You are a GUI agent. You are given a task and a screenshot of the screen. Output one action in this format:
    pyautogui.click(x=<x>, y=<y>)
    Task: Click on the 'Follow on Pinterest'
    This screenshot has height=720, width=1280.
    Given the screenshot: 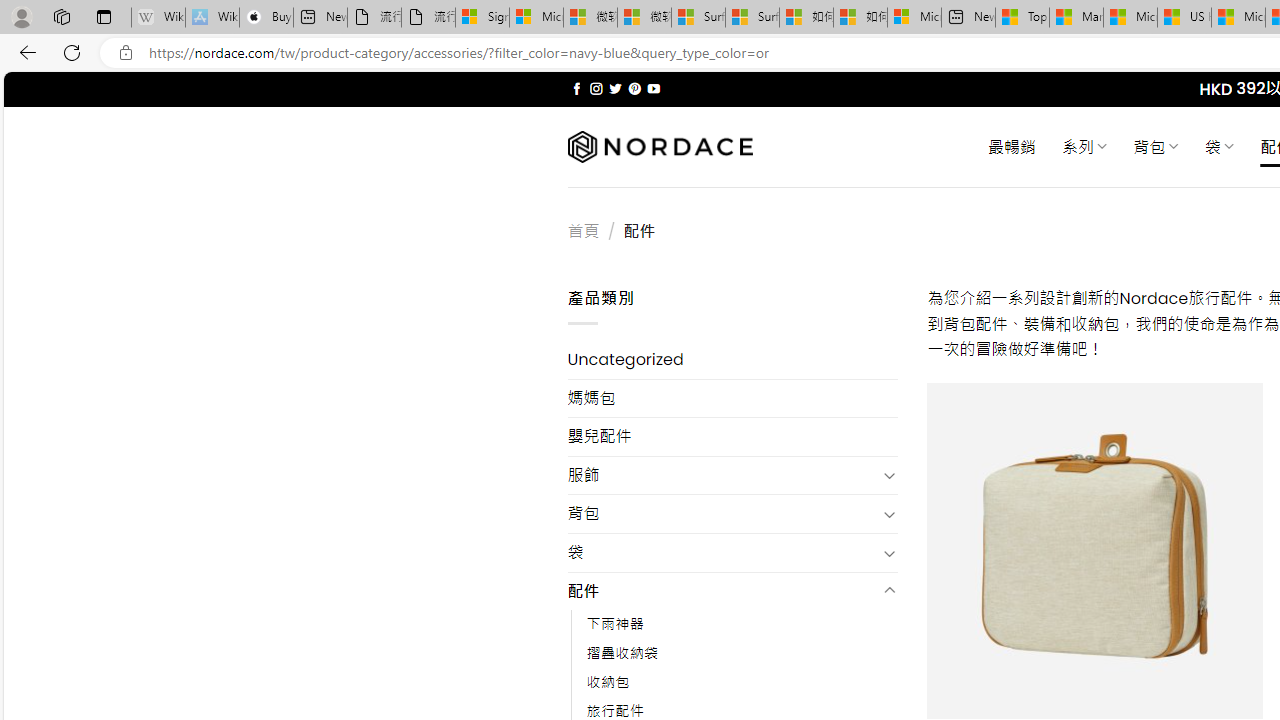 What is the action you would take?
    pyautogui.click(x=633, y=88)
    